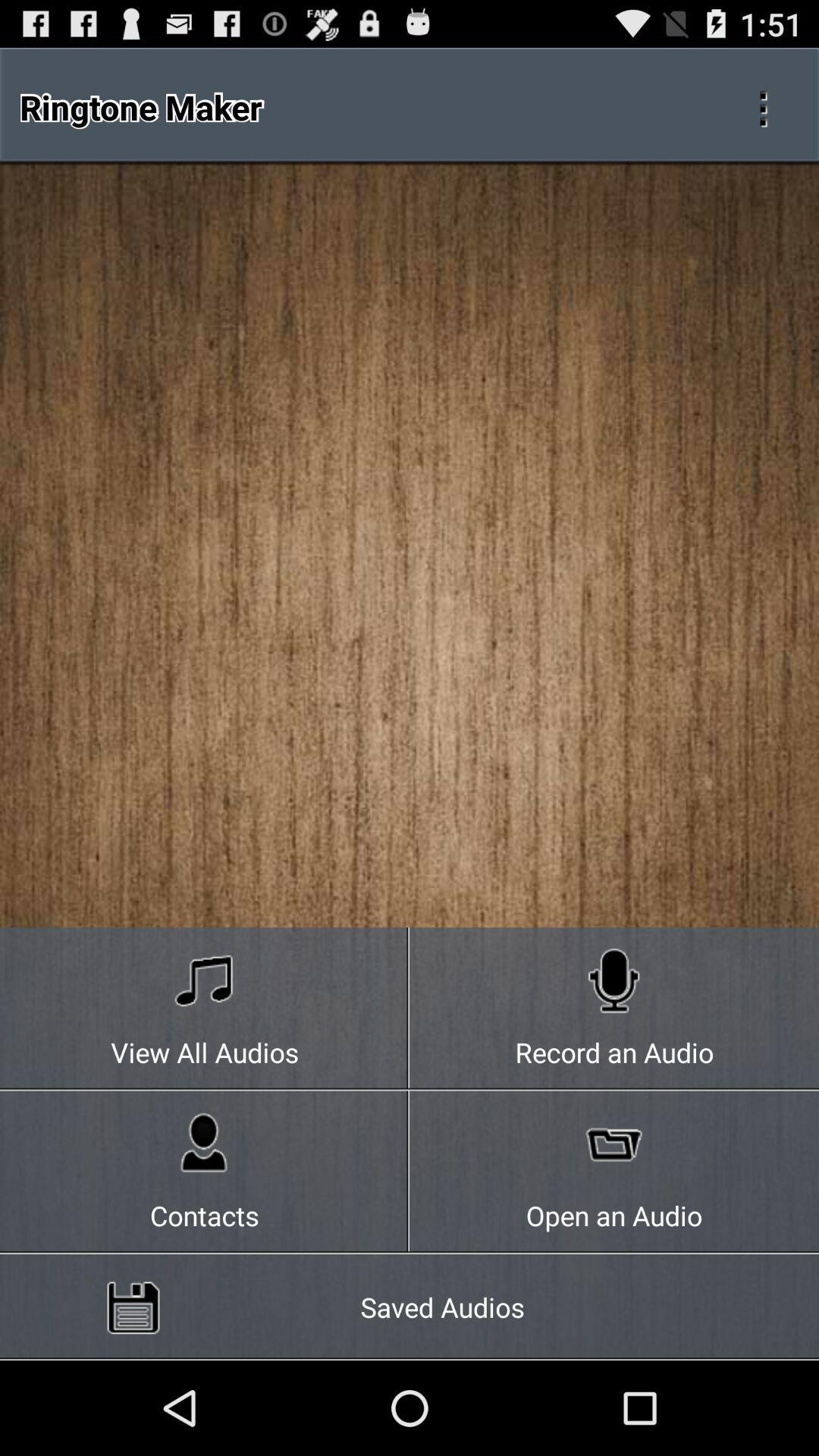 The image size is (819, 1456). Describe the element at coordinates (763, 106) in the screenshot. I see `the icon at the top right corner` at that location.